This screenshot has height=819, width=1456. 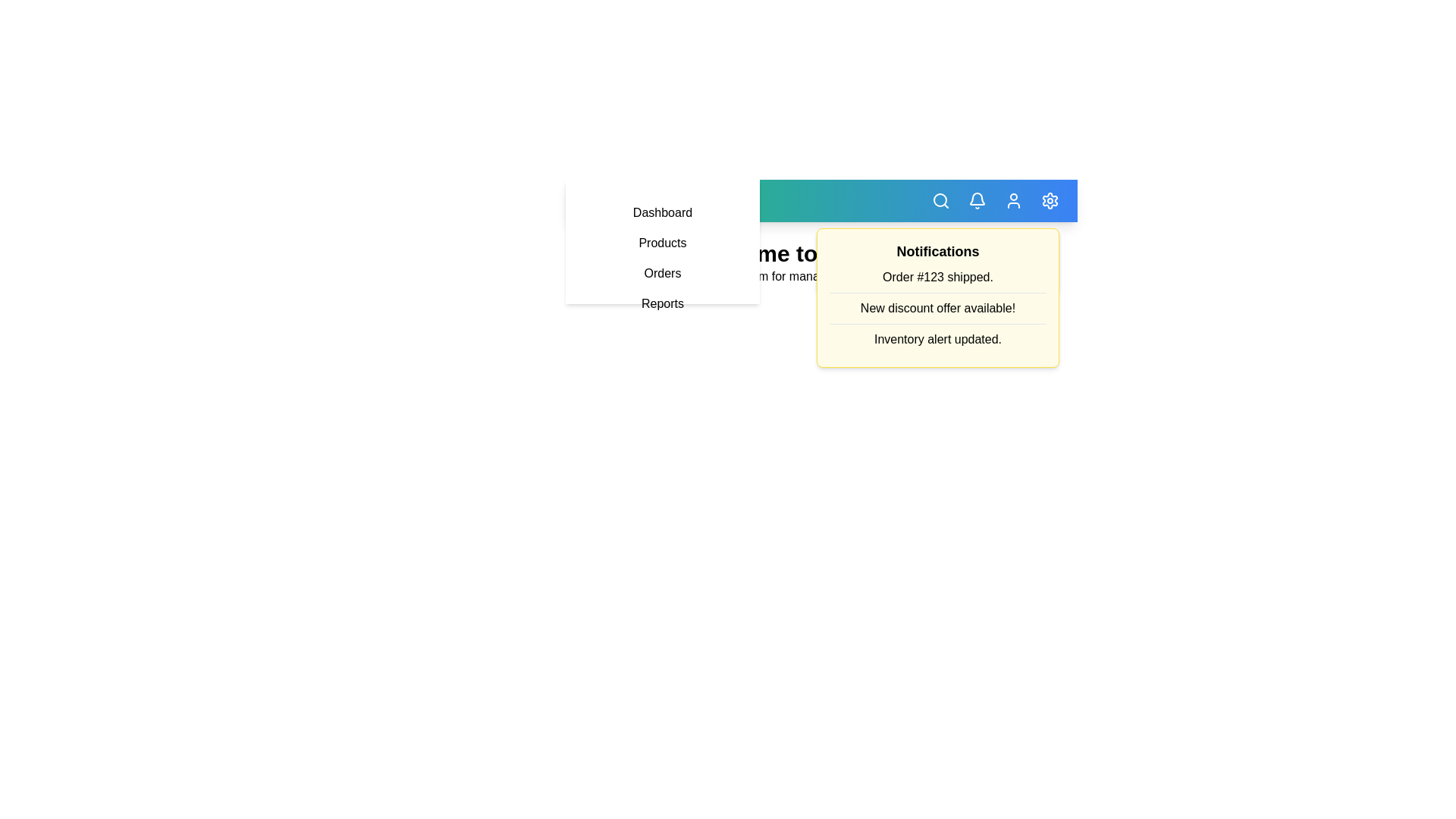 I want to click on the Notification Card located in the upper-right quadrant of the interface, so click(x=937, y=298).